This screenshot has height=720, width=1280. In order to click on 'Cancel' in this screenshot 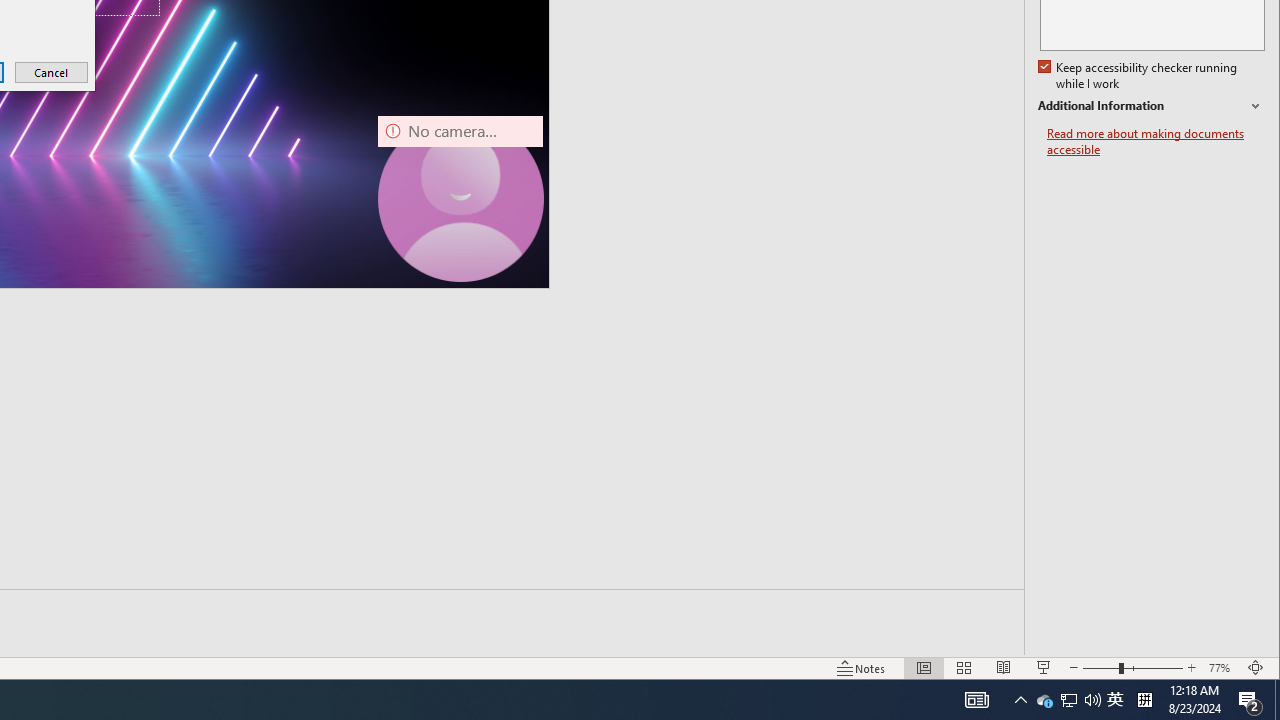, I will do `click(51, 71)`.